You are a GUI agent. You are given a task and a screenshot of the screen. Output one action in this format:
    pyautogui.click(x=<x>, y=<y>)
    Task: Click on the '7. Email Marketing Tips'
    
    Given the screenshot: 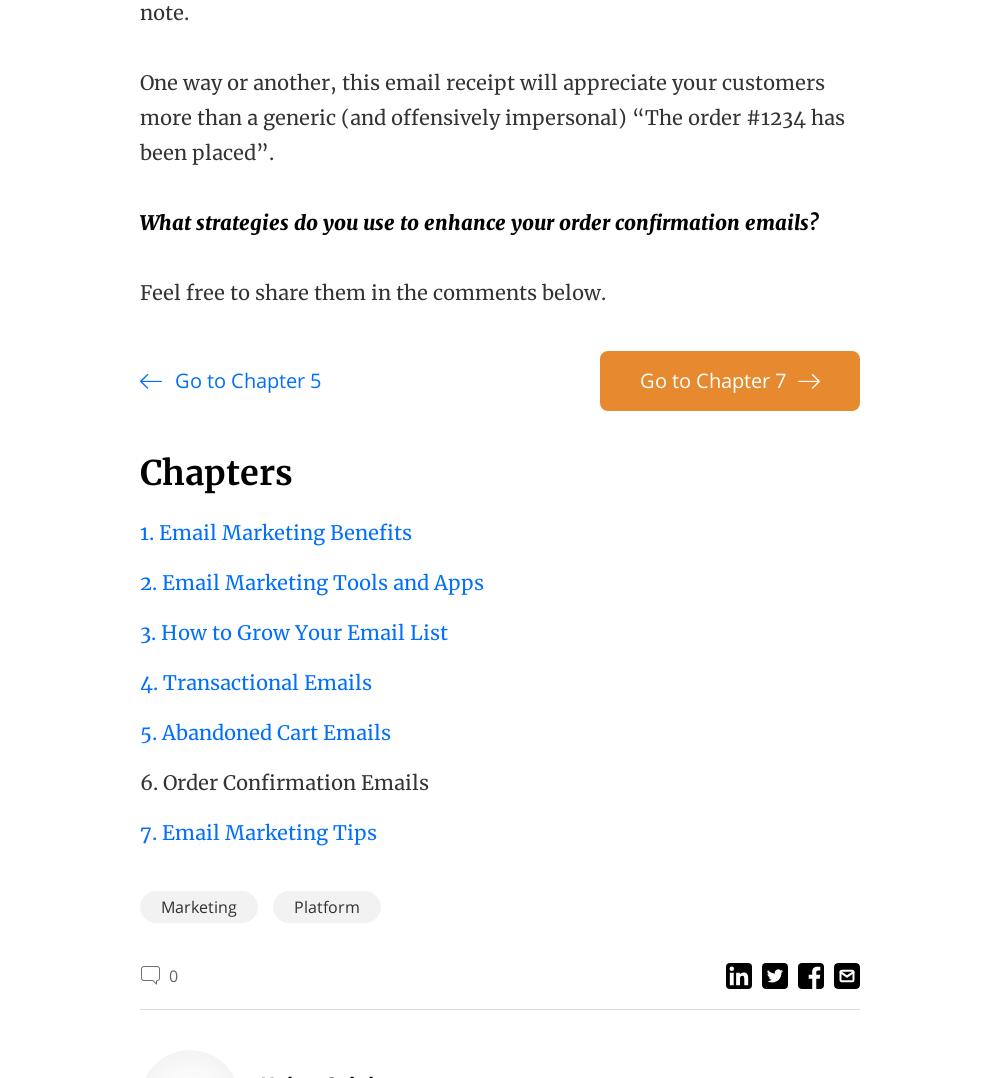 What is the action you would take?
    pyautogui.click(x=258, y=832)
    